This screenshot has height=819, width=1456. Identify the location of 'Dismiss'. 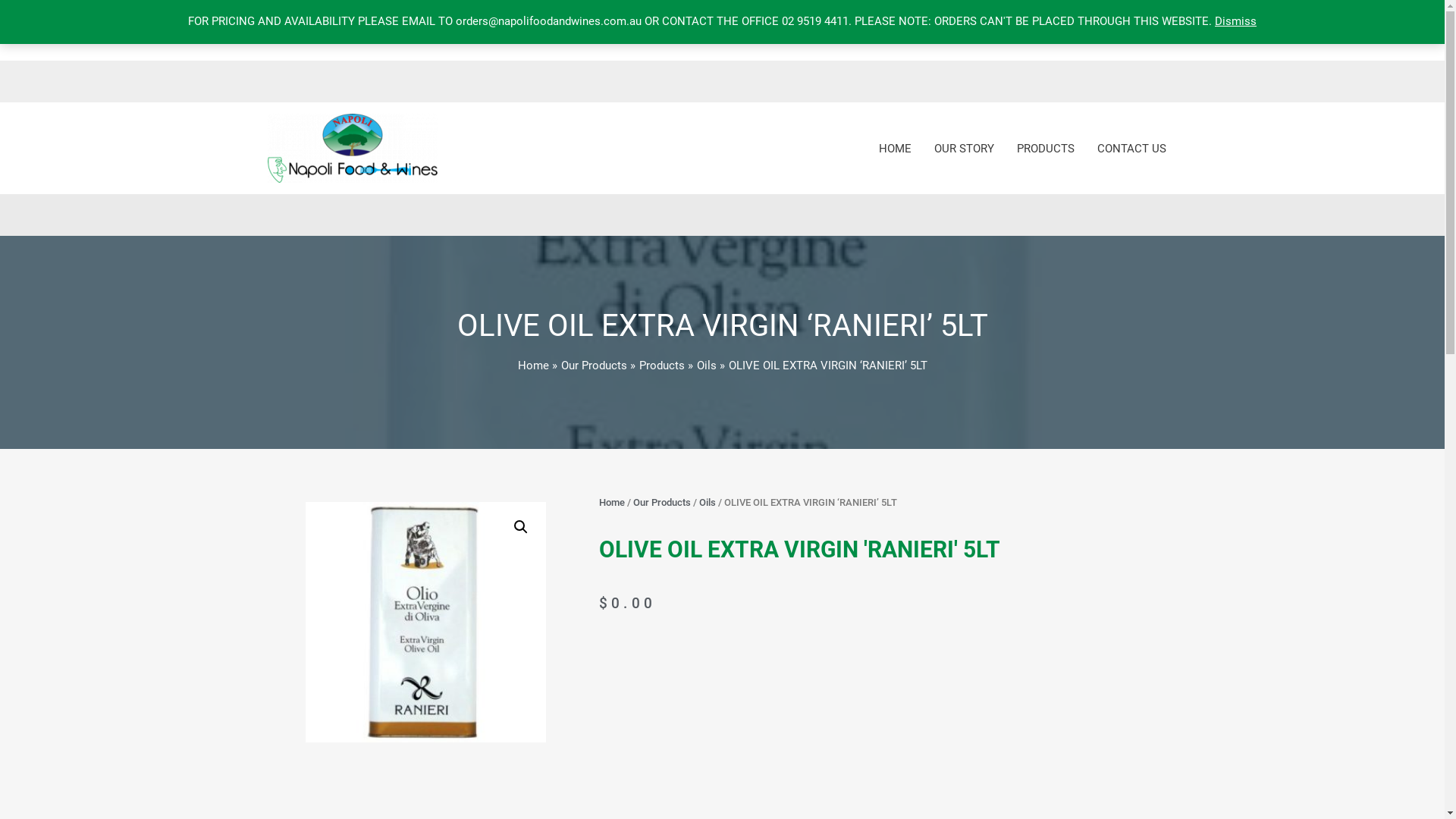
(1235, 20).